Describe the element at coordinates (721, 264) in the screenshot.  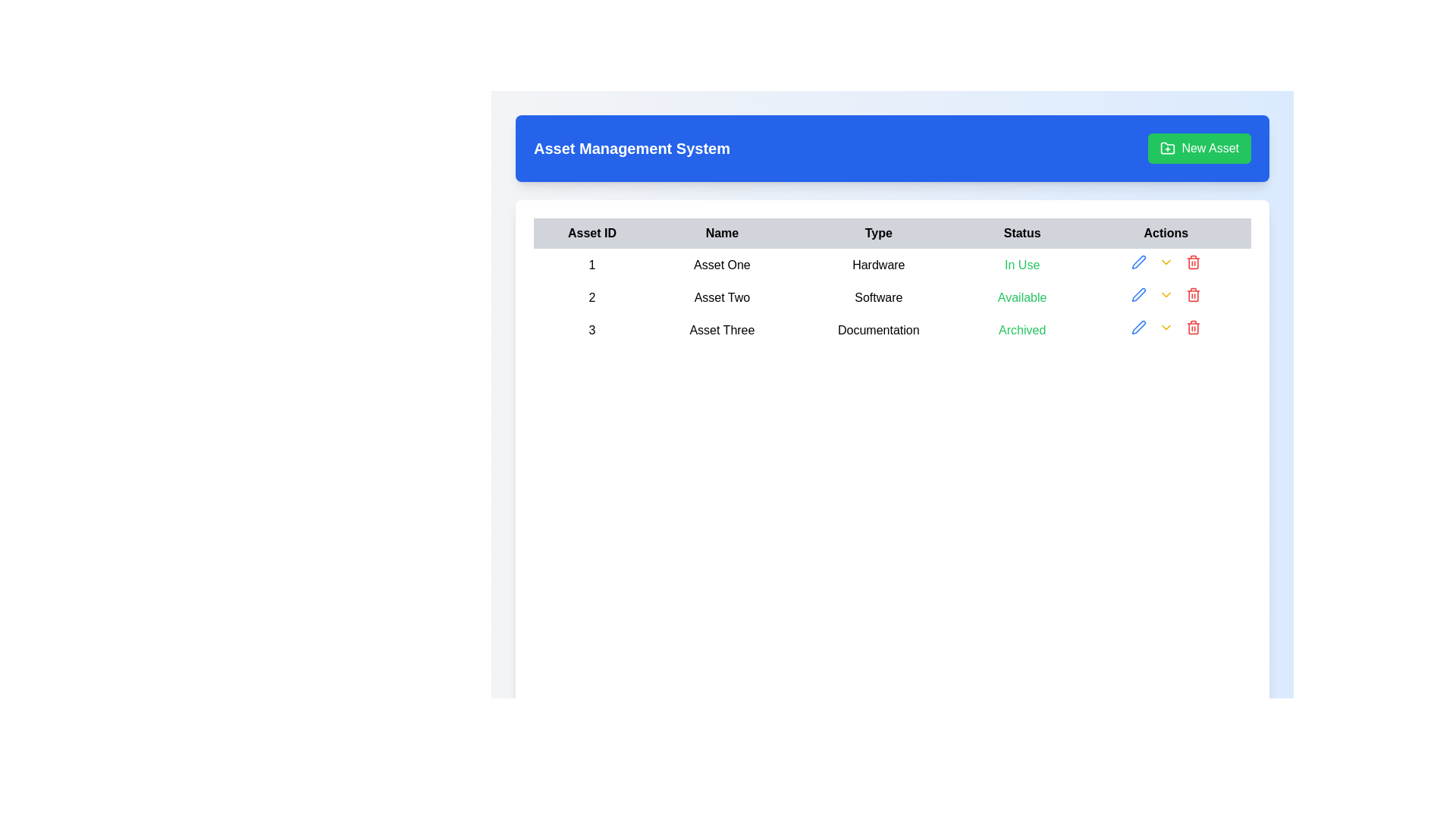
I see `the Text label in the second column of the first row of the table, which indicates the name of an asset, positioned between '1' and 'Hardware'` at that location.